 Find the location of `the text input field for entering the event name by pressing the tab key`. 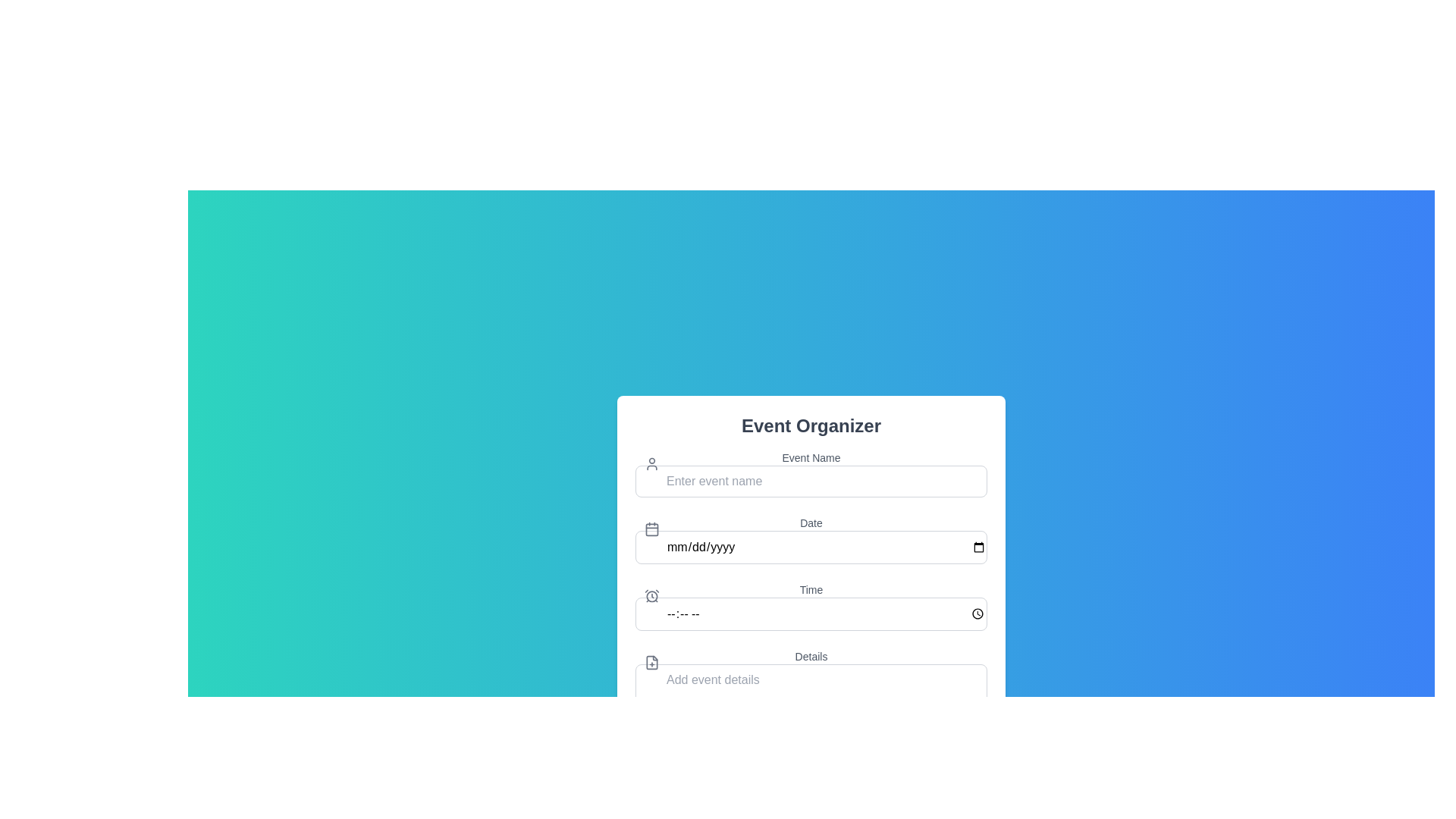

the text input field for entering the event name by pressing the tab key is located at coordinates (811, 480).